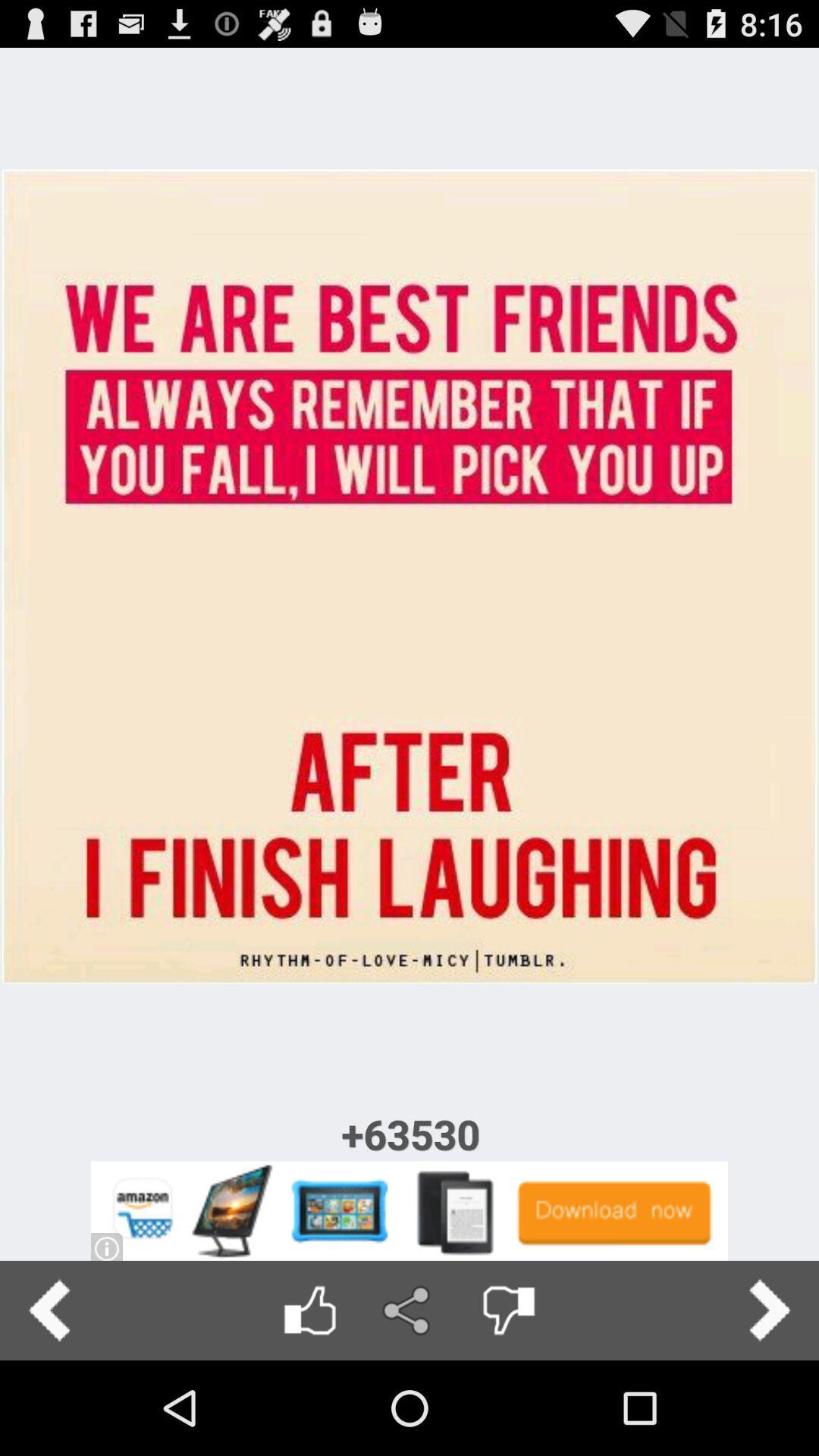  What do you see at coordinates (508, 1310) in the screenshot?
I see `dislike post` at bounding box center [508, 1310].